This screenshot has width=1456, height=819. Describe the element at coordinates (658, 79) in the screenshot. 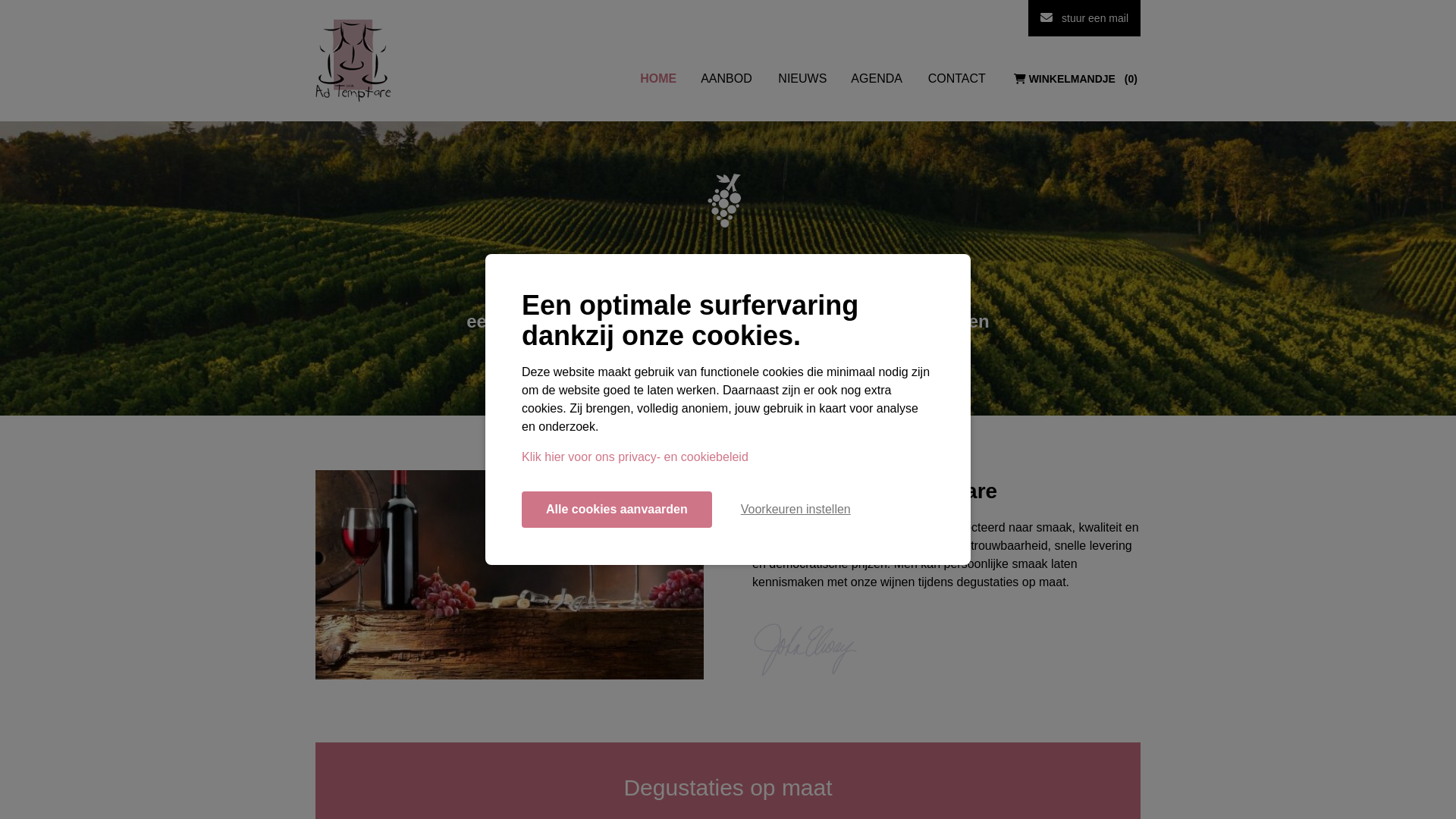

I see `'HOME'` at that location.